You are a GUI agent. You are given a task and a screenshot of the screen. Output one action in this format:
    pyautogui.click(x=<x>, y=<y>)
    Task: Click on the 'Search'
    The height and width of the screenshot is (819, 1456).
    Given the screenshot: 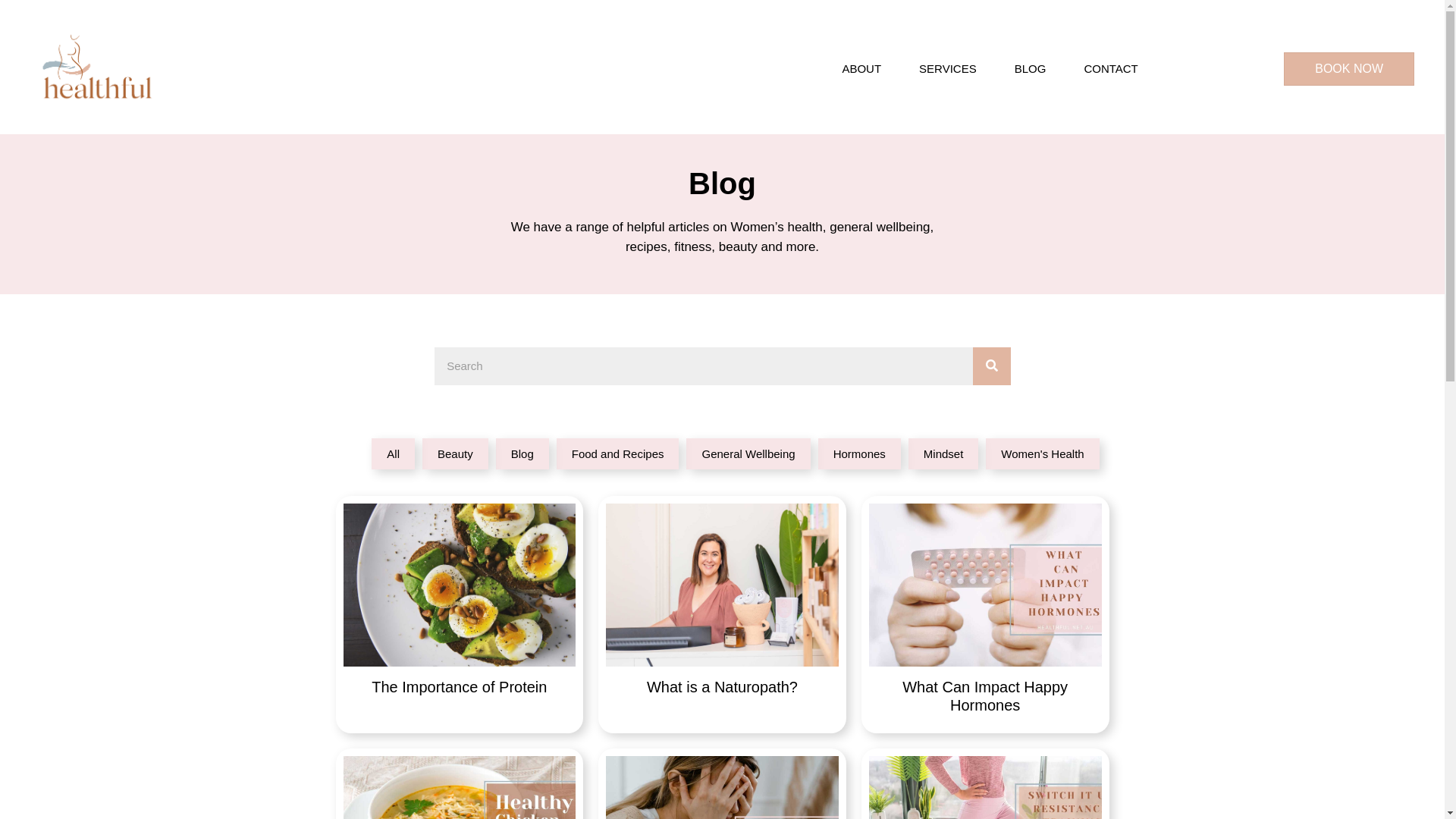 What is the action you would take?
    pyautogui.click(x=701, y=366)
    